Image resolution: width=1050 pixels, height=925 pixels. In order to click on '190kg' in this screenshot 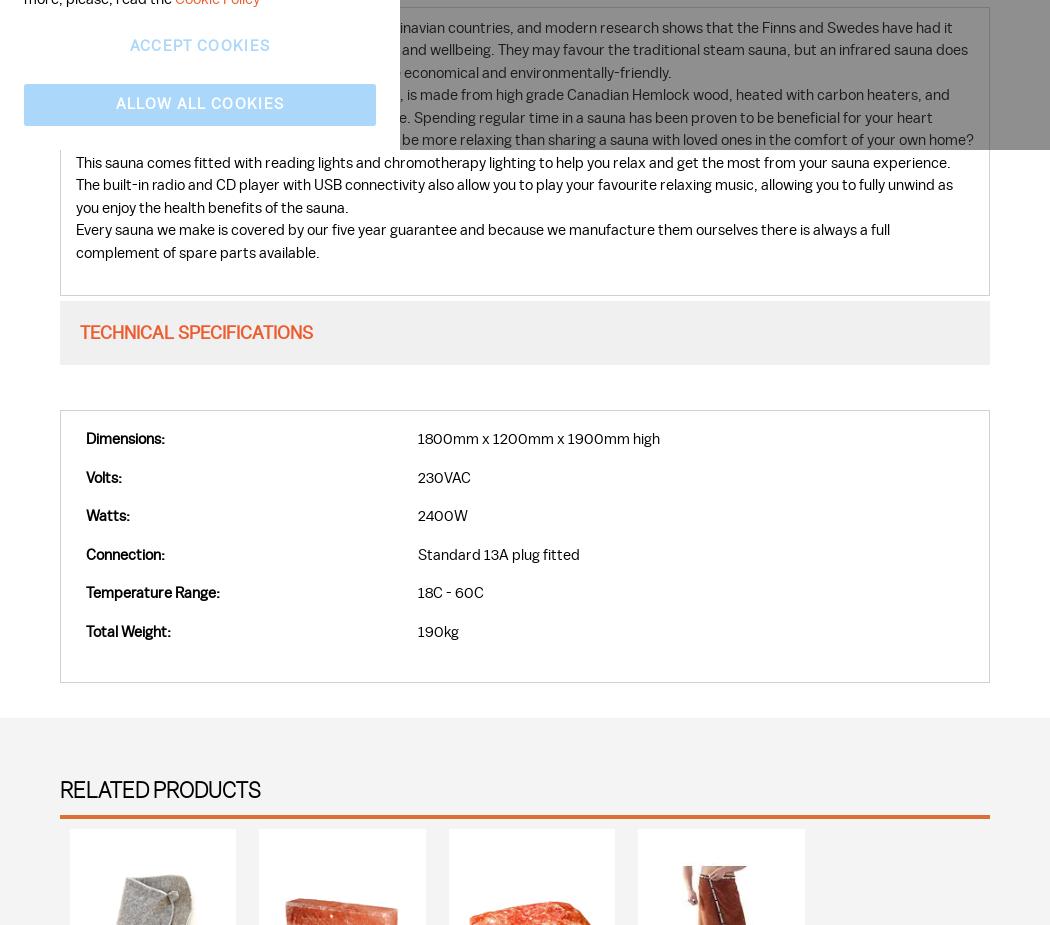, I will do `click(437, 631)`.